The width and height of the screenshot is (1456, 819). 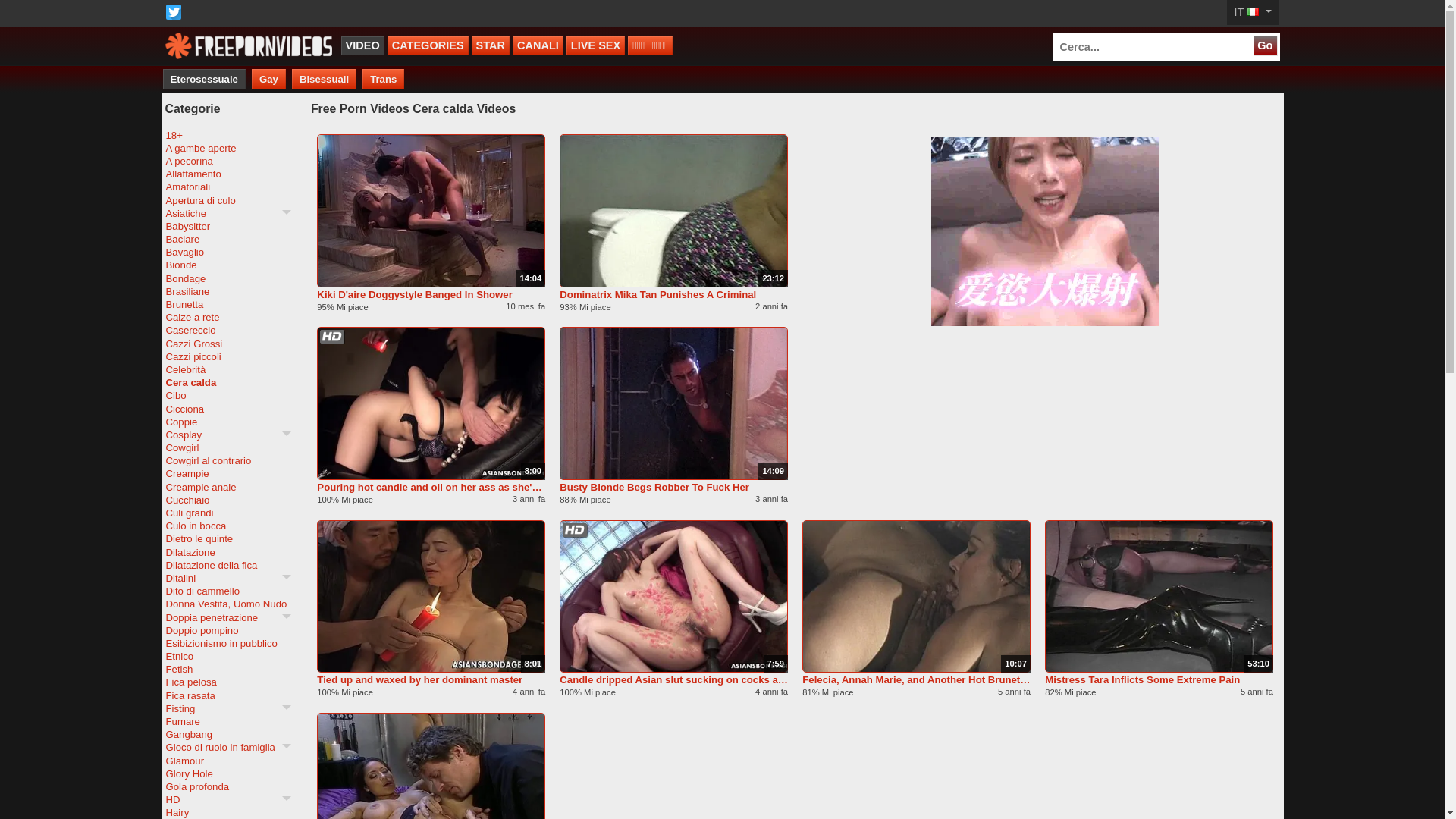 What do you see at coordinates (915, 595) in the screenshot?
I see `'10:07'` at bounding box center [915, 595].